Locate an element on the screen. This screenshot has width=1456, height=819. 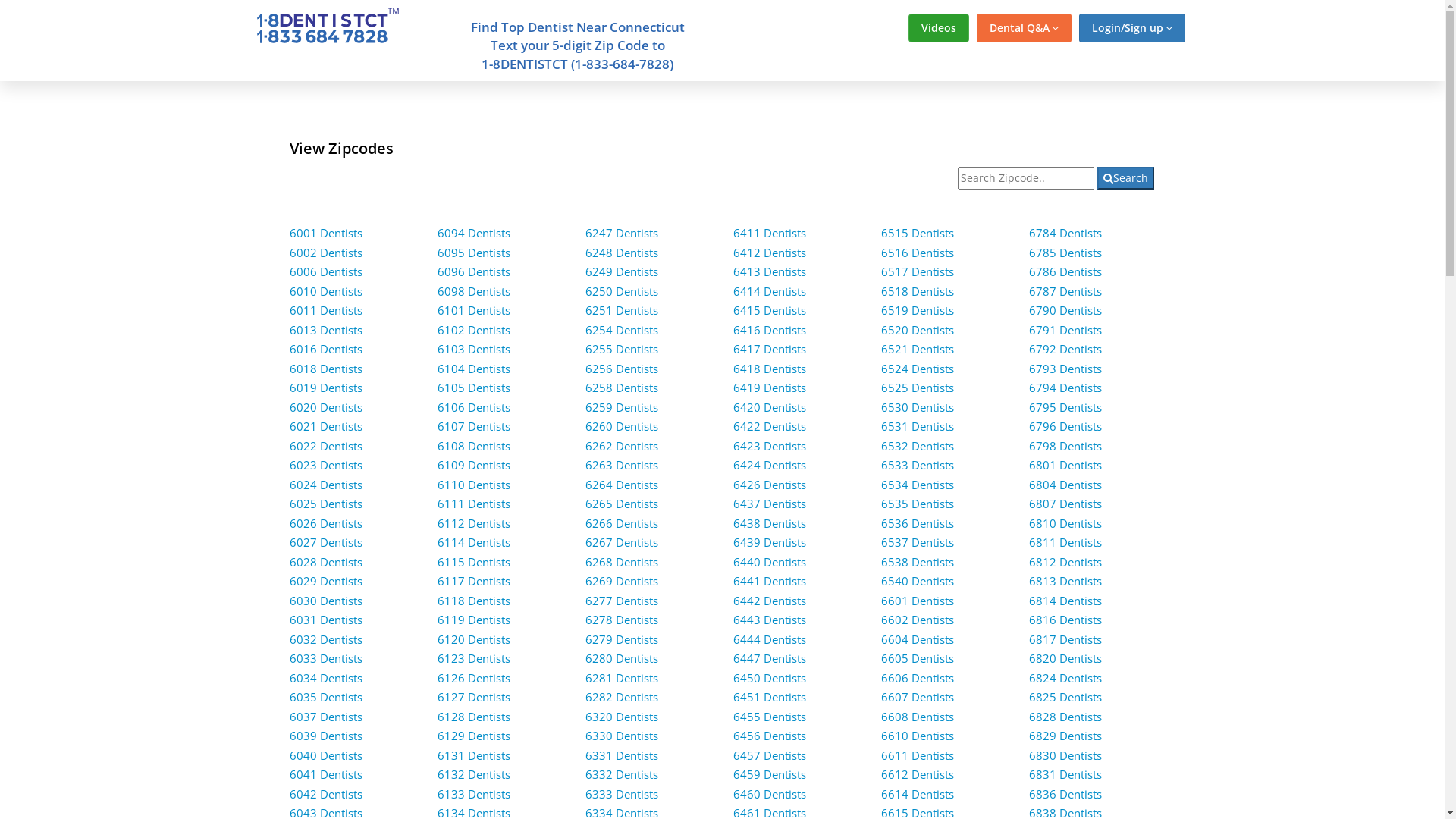
'6128 Dentists' is located at coordinates (472, 717).